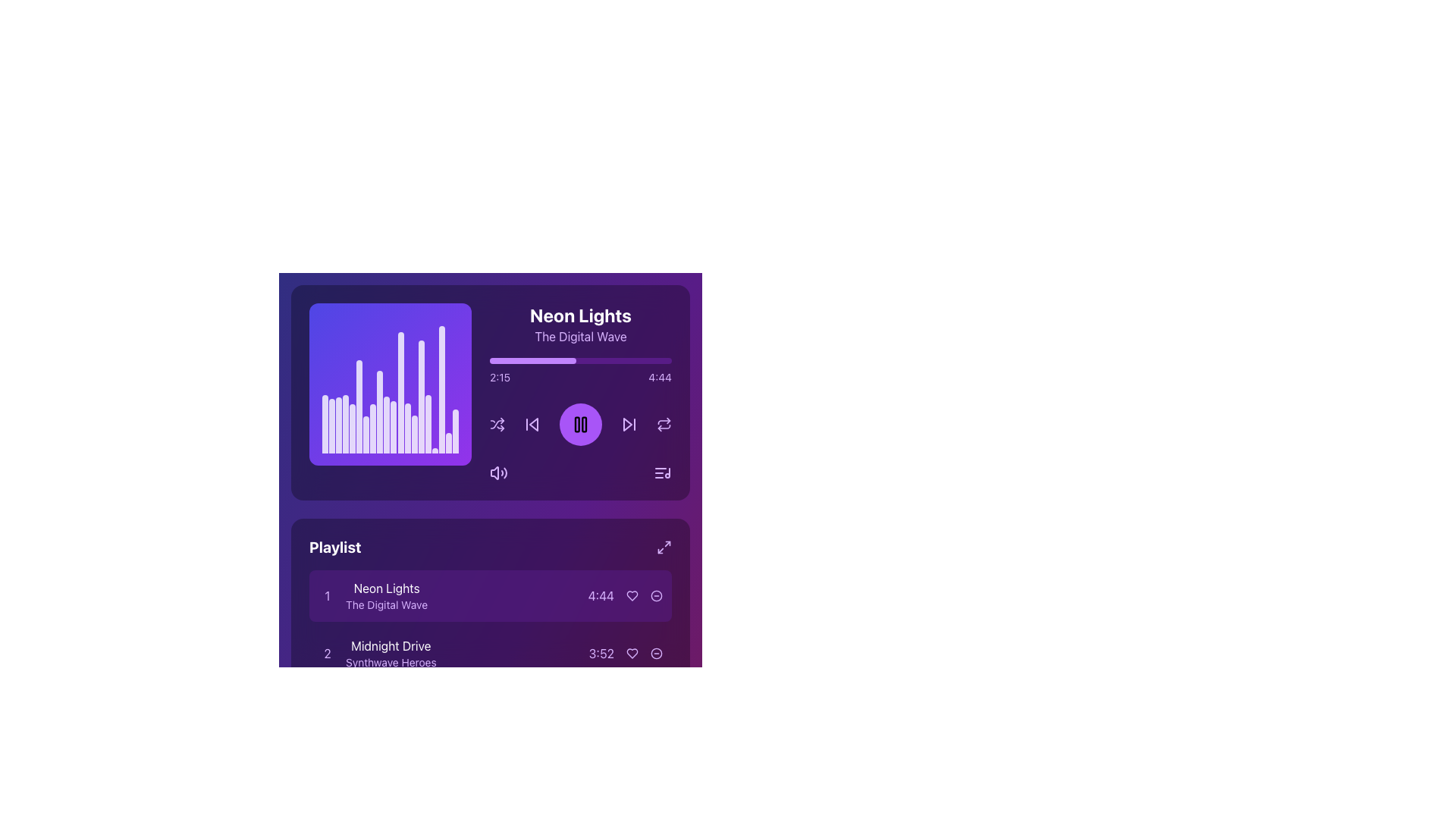 The width and height of the screenshot is (1456, 819). Describe the element at coordinates (632, 652) in the screenshot. I see `the heart icon located in the second row of the playlist section, next to the track title 'Midnight Drive'` at that location.